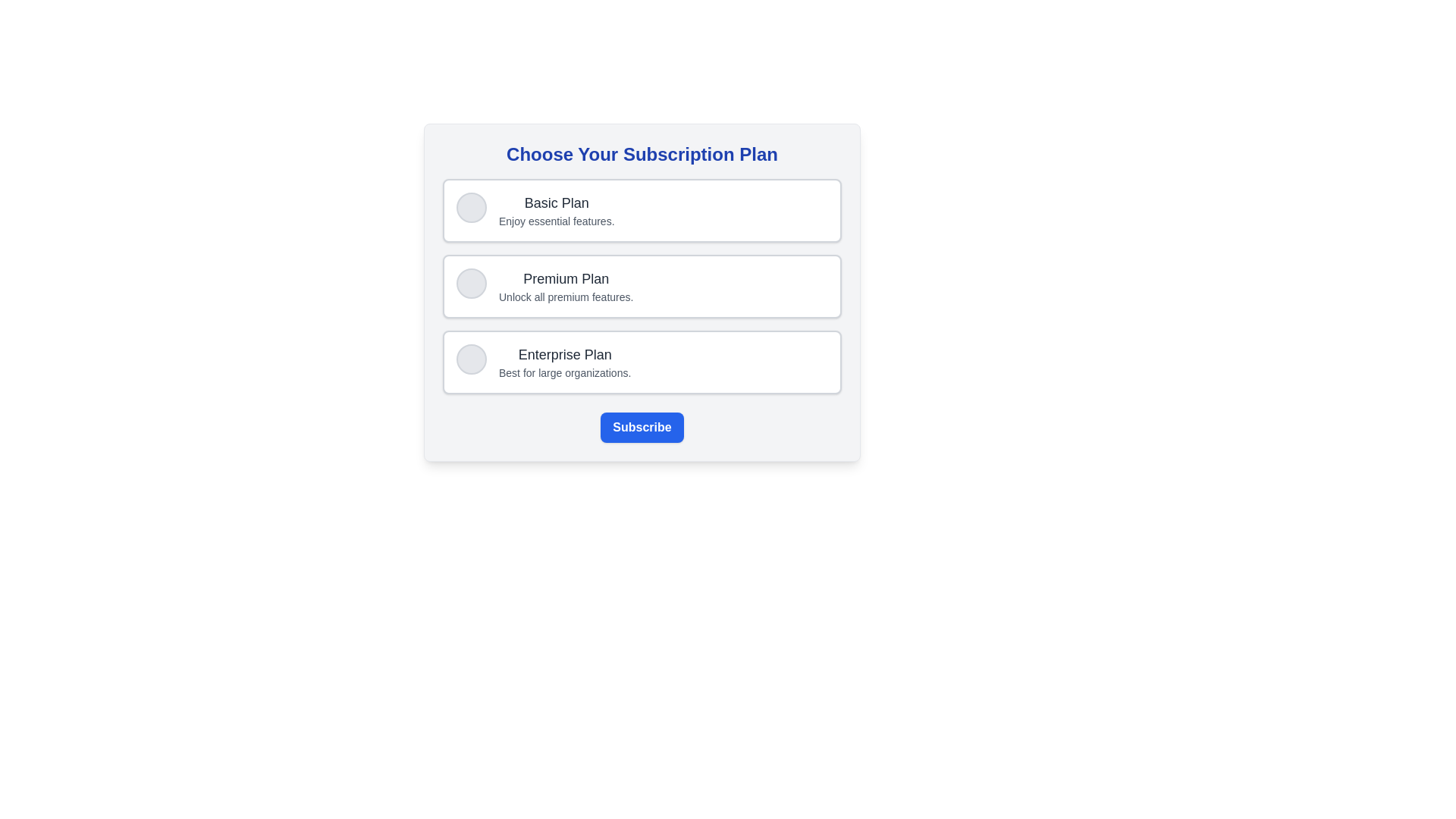 The height and width of the screenshot is (819, 1456). Describe the element at coordinates (556, 210) in the screenshot. I see `text of the label element containing the title 'Basic Plan' and subtitle 'Enjoy essential features.' located beneath the section header 'Choose Your Subscription Plan'` at that location.